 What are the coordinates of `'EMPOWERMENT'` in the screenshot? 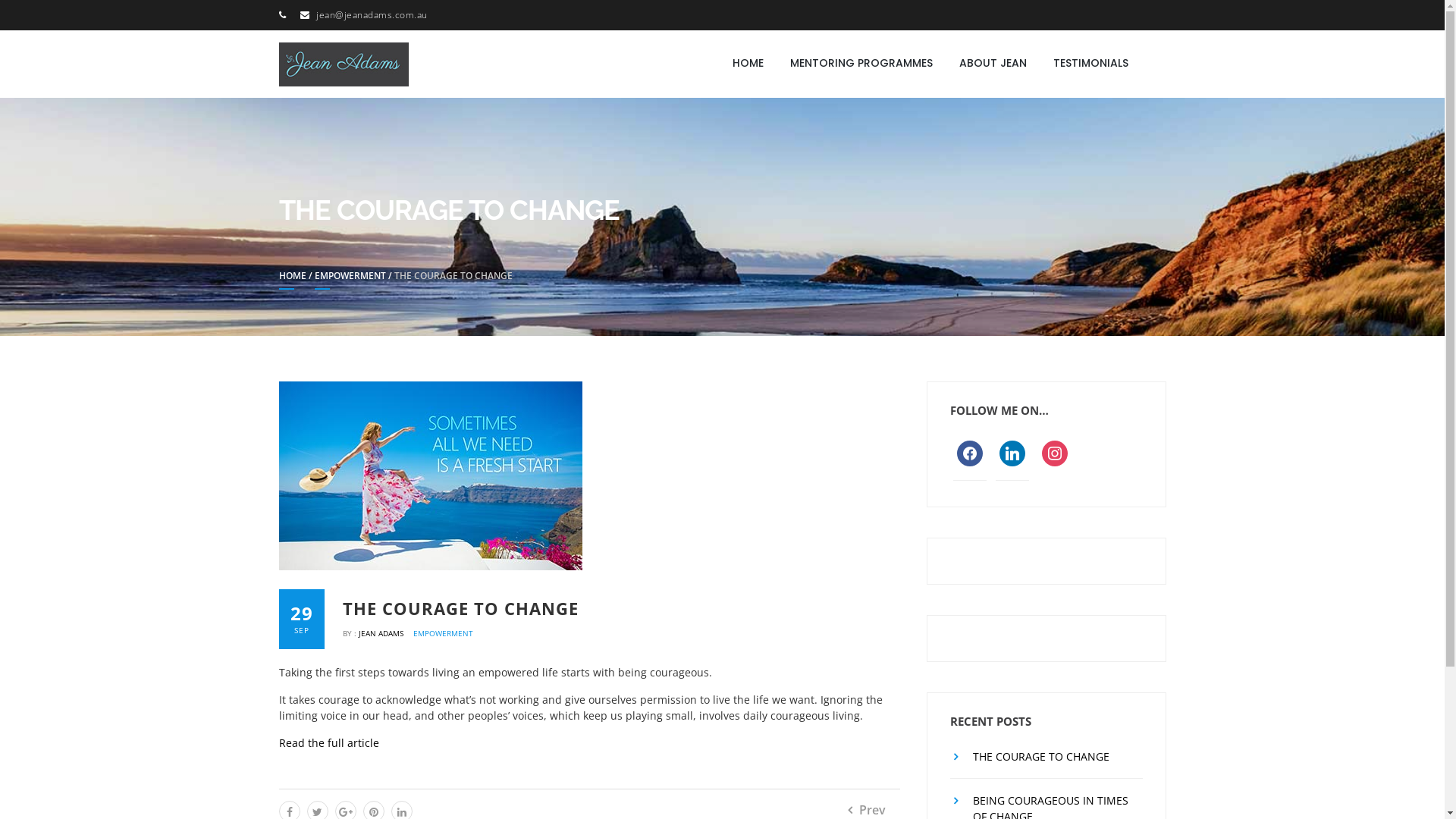 It's located at (348, 279).